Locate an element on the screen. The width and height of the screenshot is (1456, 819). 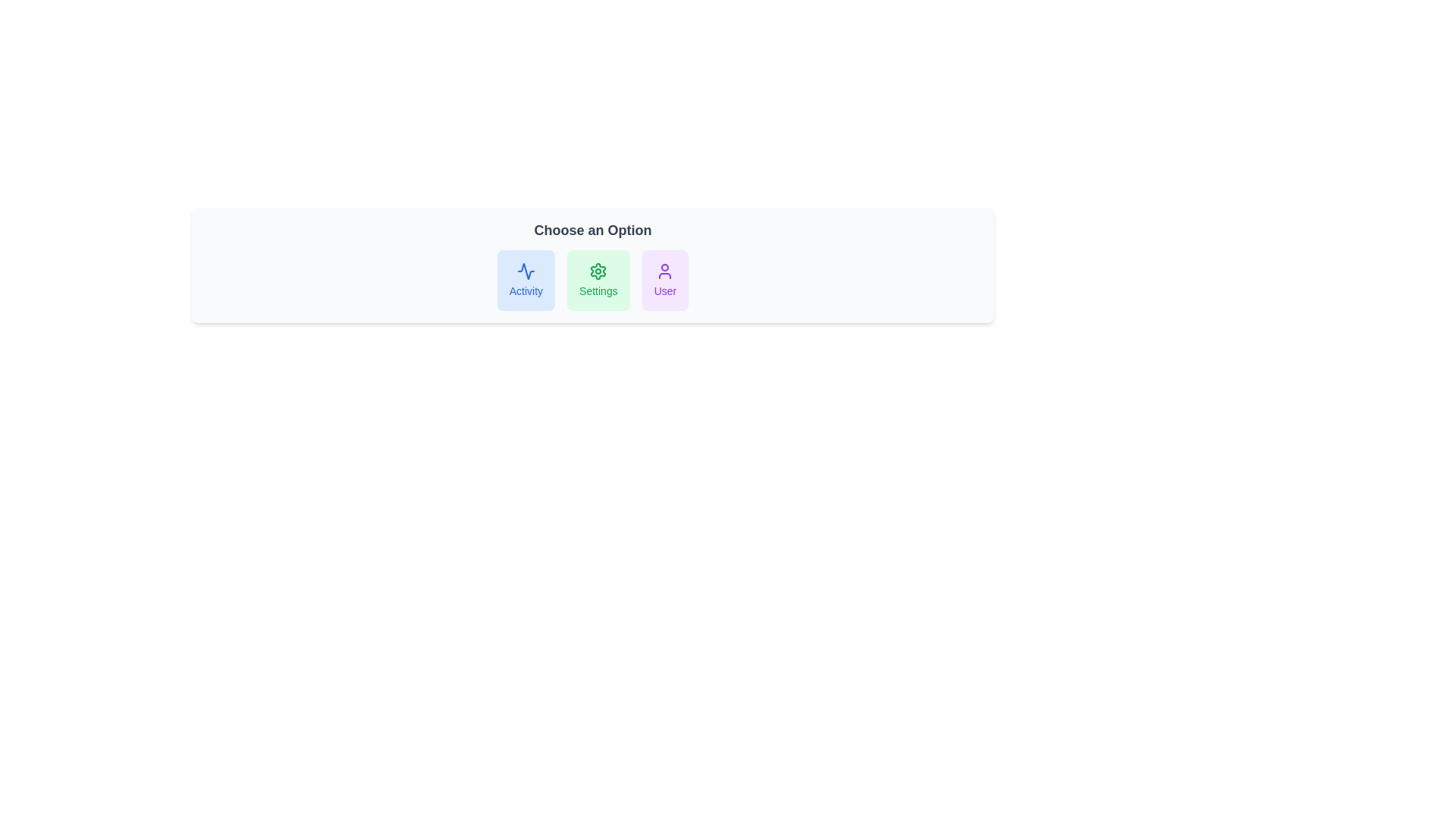
the 'Settings' button, which is the second option in a group of three distinct options styled as cards beneath the 'Choose an Option' heading is located at coordinates (592, 281).